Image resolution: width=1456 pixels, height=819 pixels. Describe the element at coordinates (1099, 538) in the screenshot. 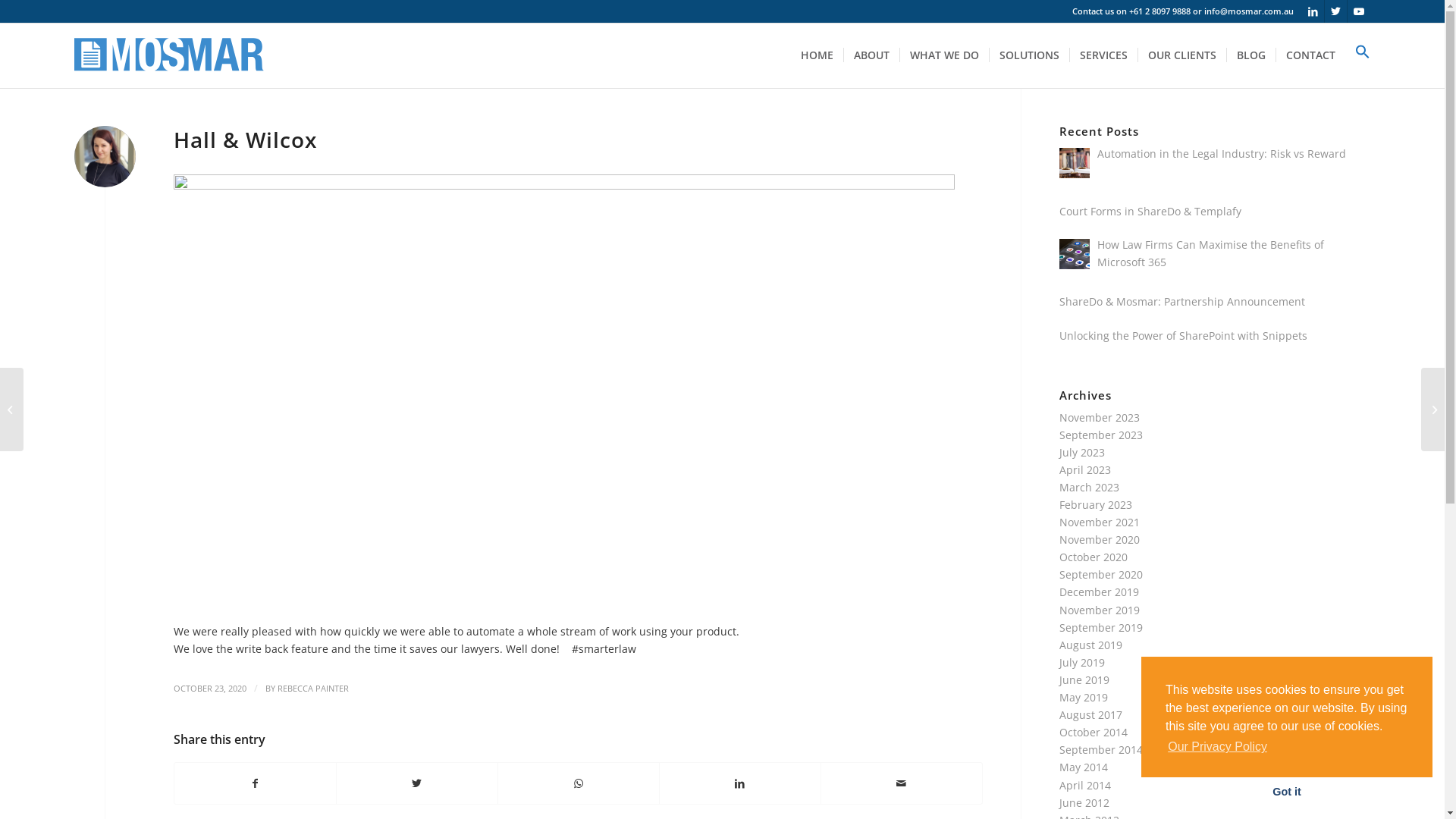

I see `'November 2020'` at that location.